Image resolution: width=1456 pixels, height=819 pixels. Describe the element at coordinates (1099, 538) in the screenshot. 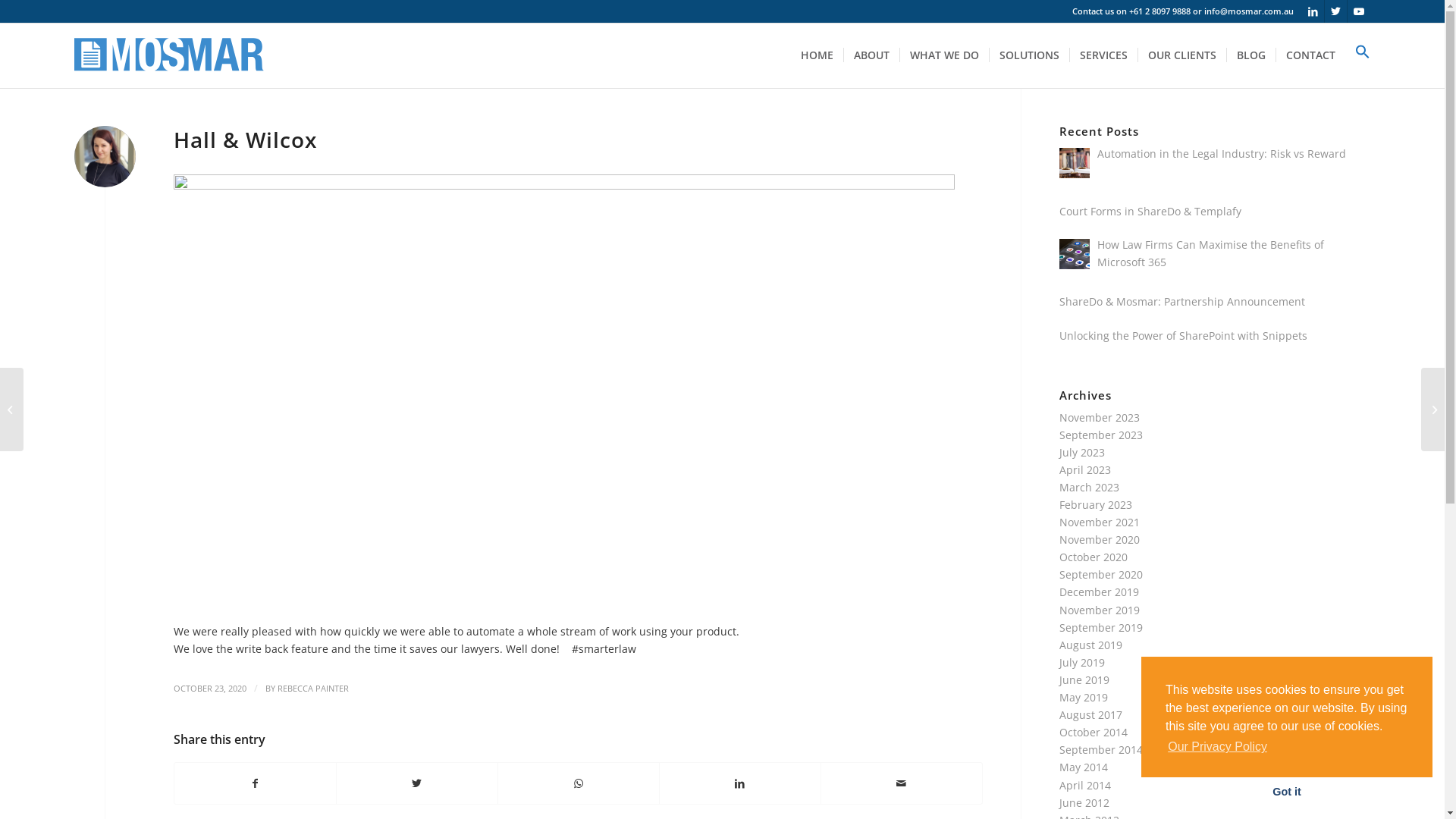

I see `'November 2020'` at that location.